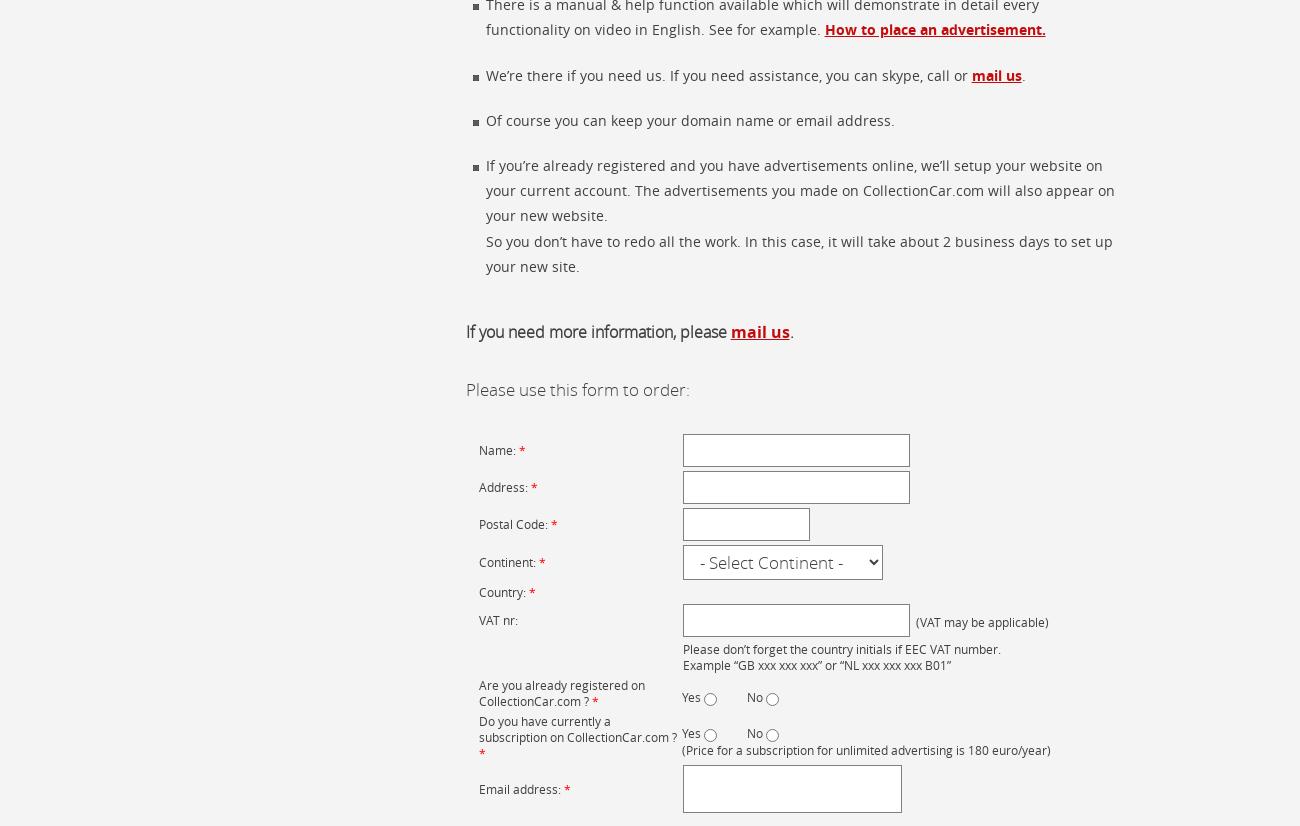 Image resolution: width=1300 pixels, height=826 pixels. What do you see at coordinates (514, 523) in the screenshot?
I see `'Postal Code:'` at bounding box center [514, 523].